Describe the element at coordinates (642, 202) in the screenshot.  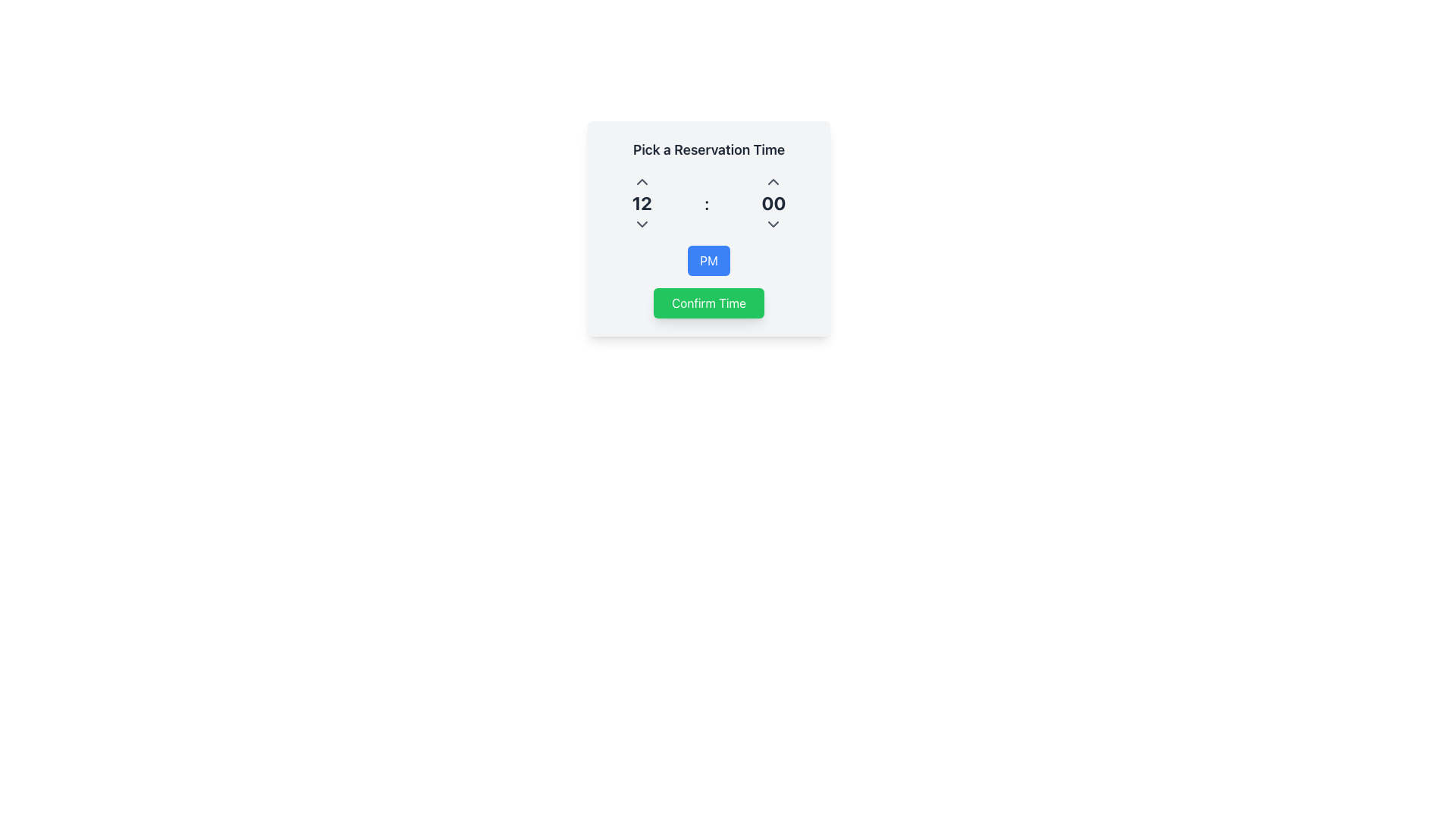
I see `the Time Picker Hour Display element, which displays '12' in bold gray text and is positioned between upward and downward arrow icons` at that location.